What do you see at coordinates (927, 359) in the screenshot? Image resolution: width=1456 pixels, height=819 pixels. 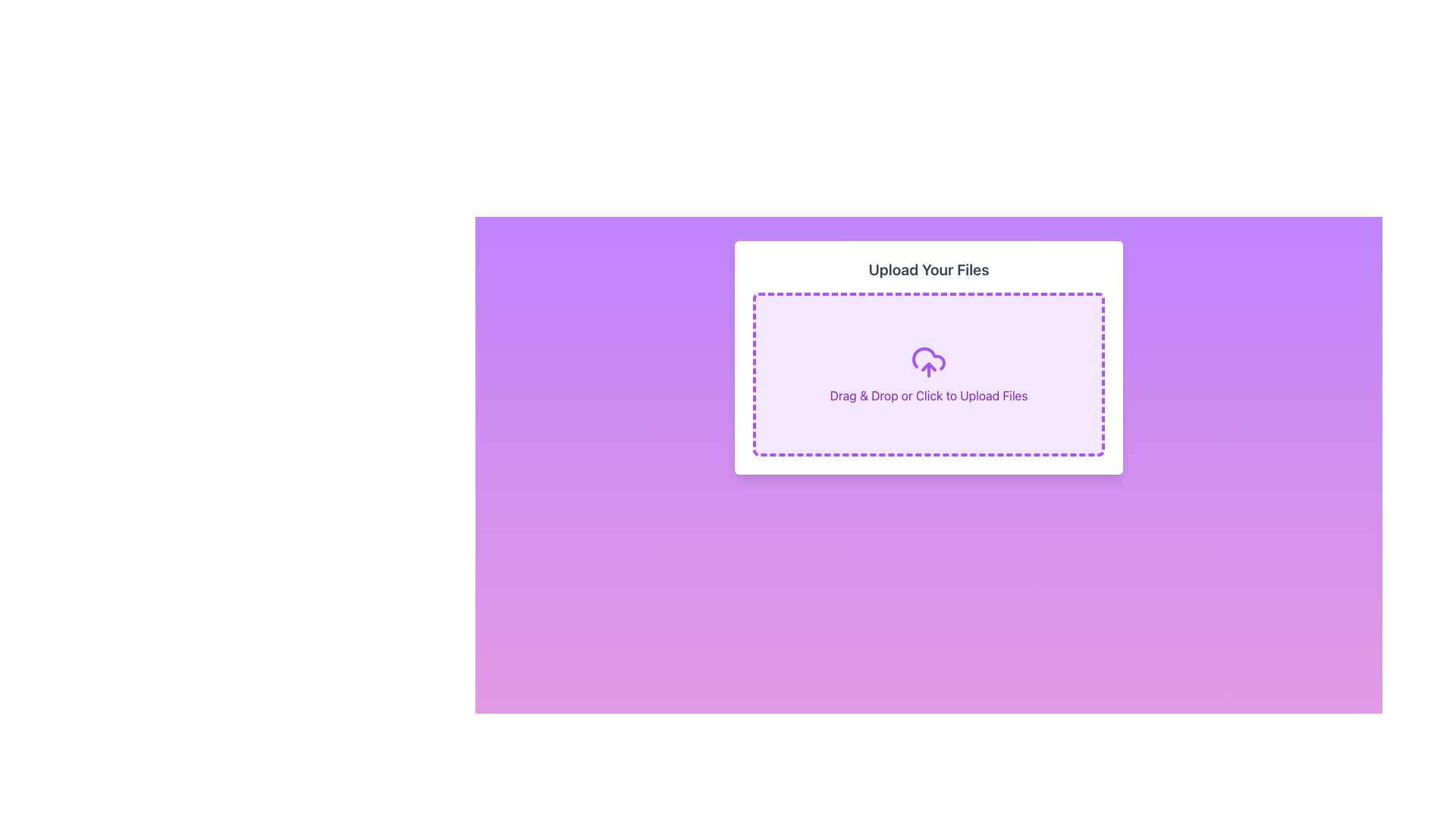 I see `the purple outlined cloud-shaped icon with an open side and a curved top, which is part of the cloud upload graphic` at bounding box center [927, 359].